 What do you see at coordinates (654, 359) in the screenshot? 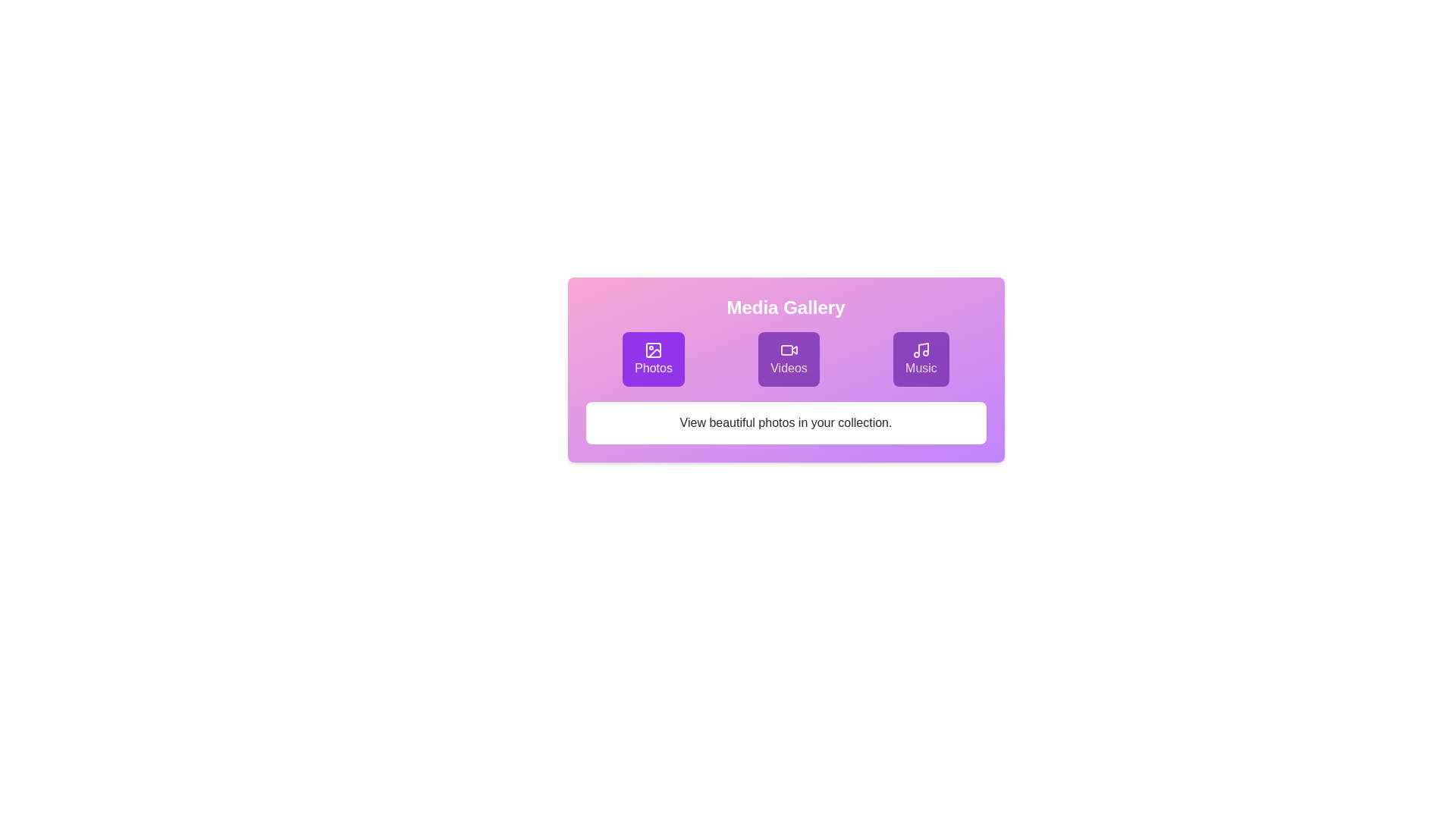
I see `the Photos tab` at bounding box center [654, 359].